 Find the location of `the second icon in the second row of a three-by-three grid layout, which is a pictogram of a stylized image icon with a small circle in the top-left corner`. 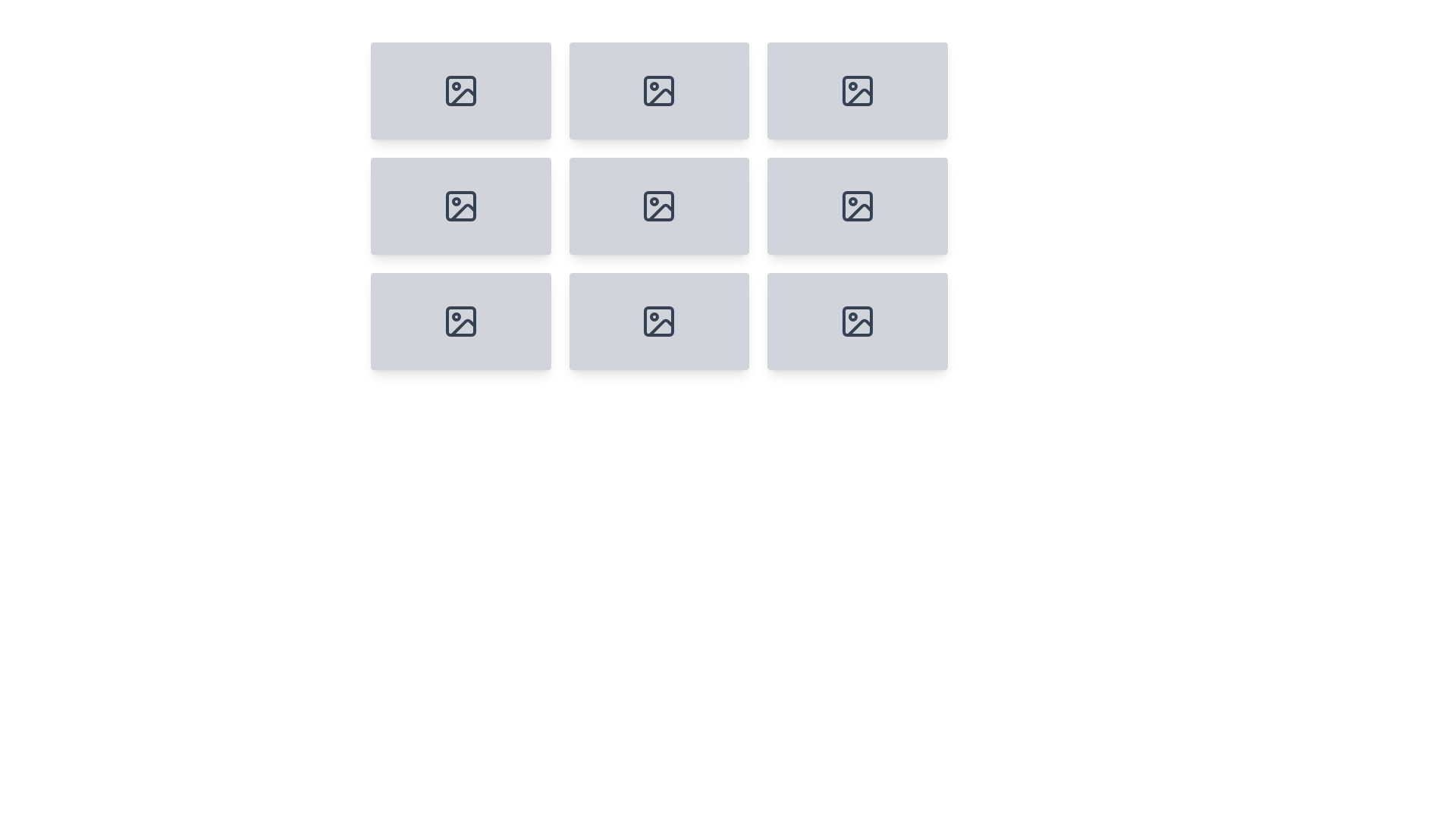

the second icon in the second row of a three-by-three grid layout, which is a pictogram of a stylized image icon with a small circle in the top-left corner is located at coordinates (460, 206).